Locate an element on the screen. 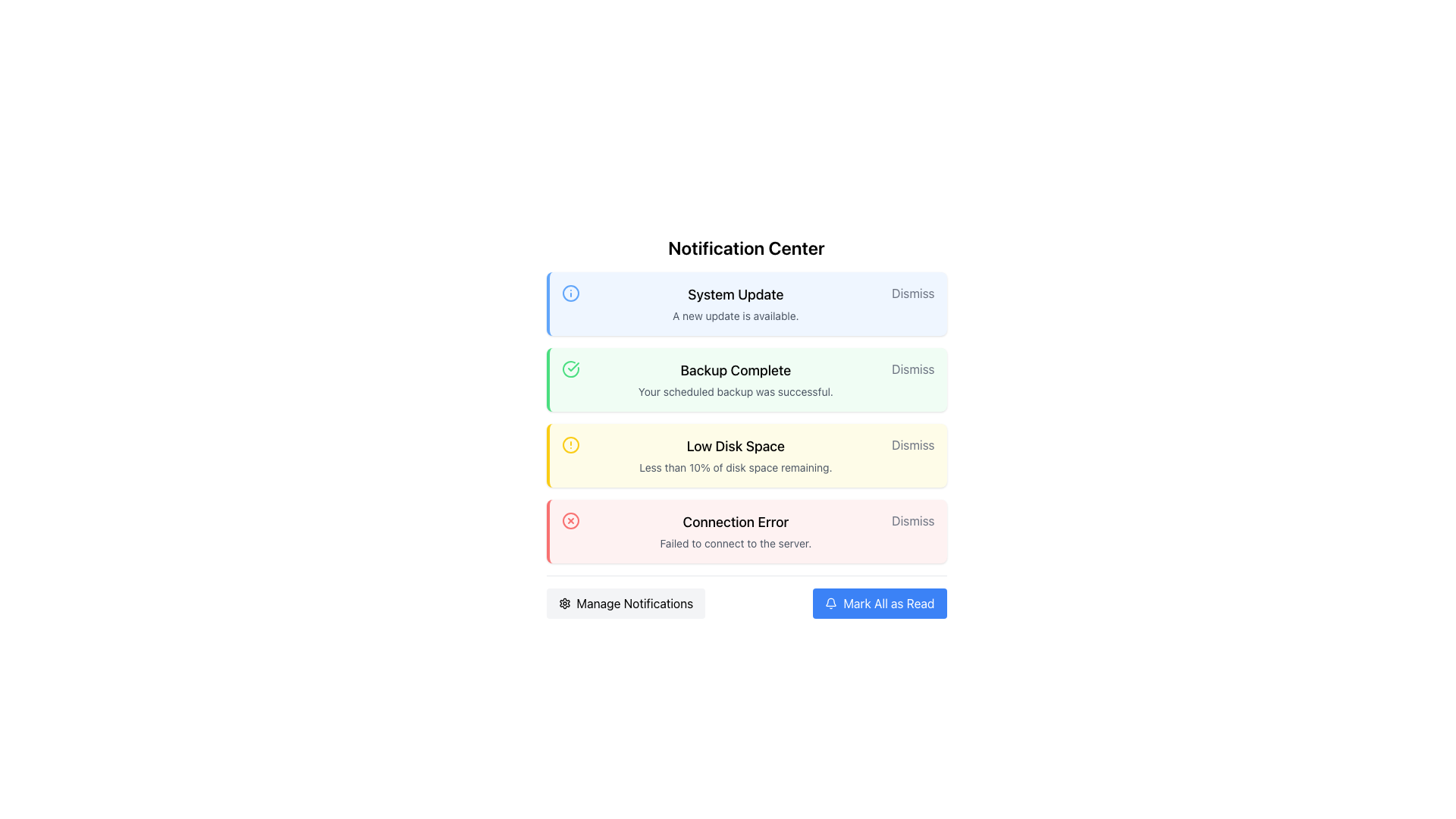 The image size is (1456, 819). the backup completion icon located to the left of the 'Backup Complete' text in the green notification card is located at coordinates (570, 369).